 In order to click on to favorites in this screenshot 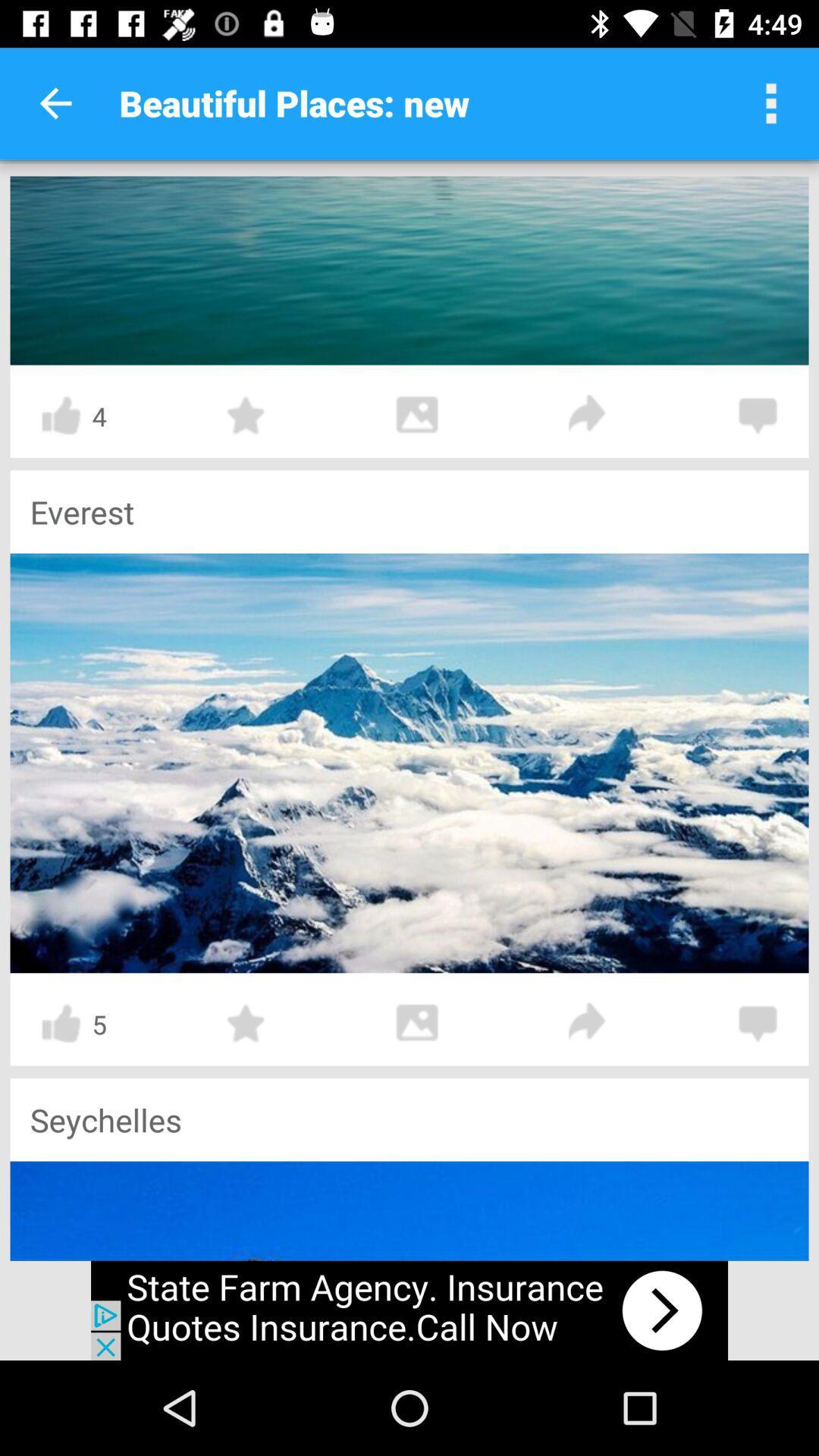, I will do `click(246, 416)`.